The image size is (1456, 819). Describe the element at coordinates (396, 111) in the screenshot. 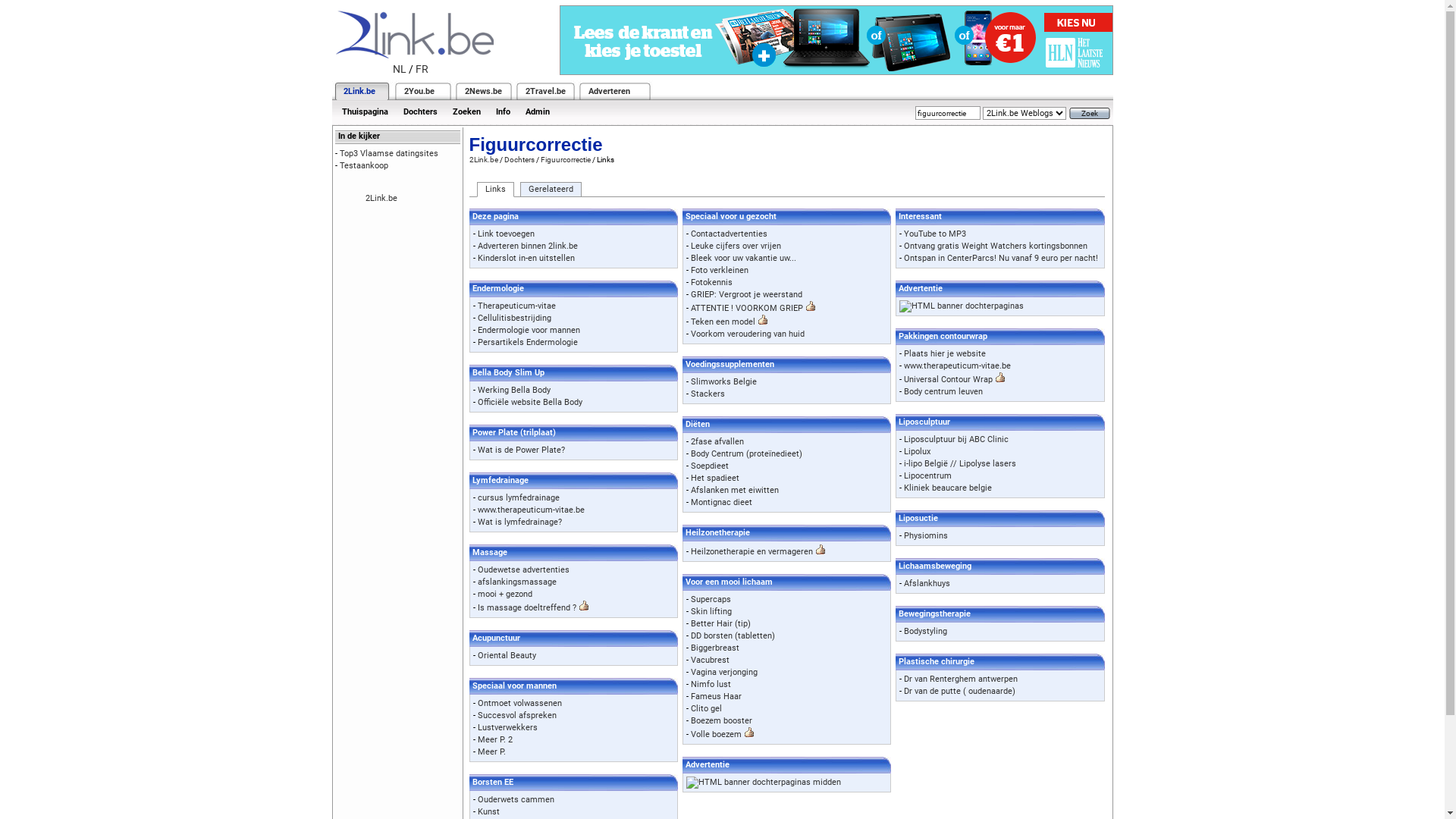

I see `'Dochters'` at that location.